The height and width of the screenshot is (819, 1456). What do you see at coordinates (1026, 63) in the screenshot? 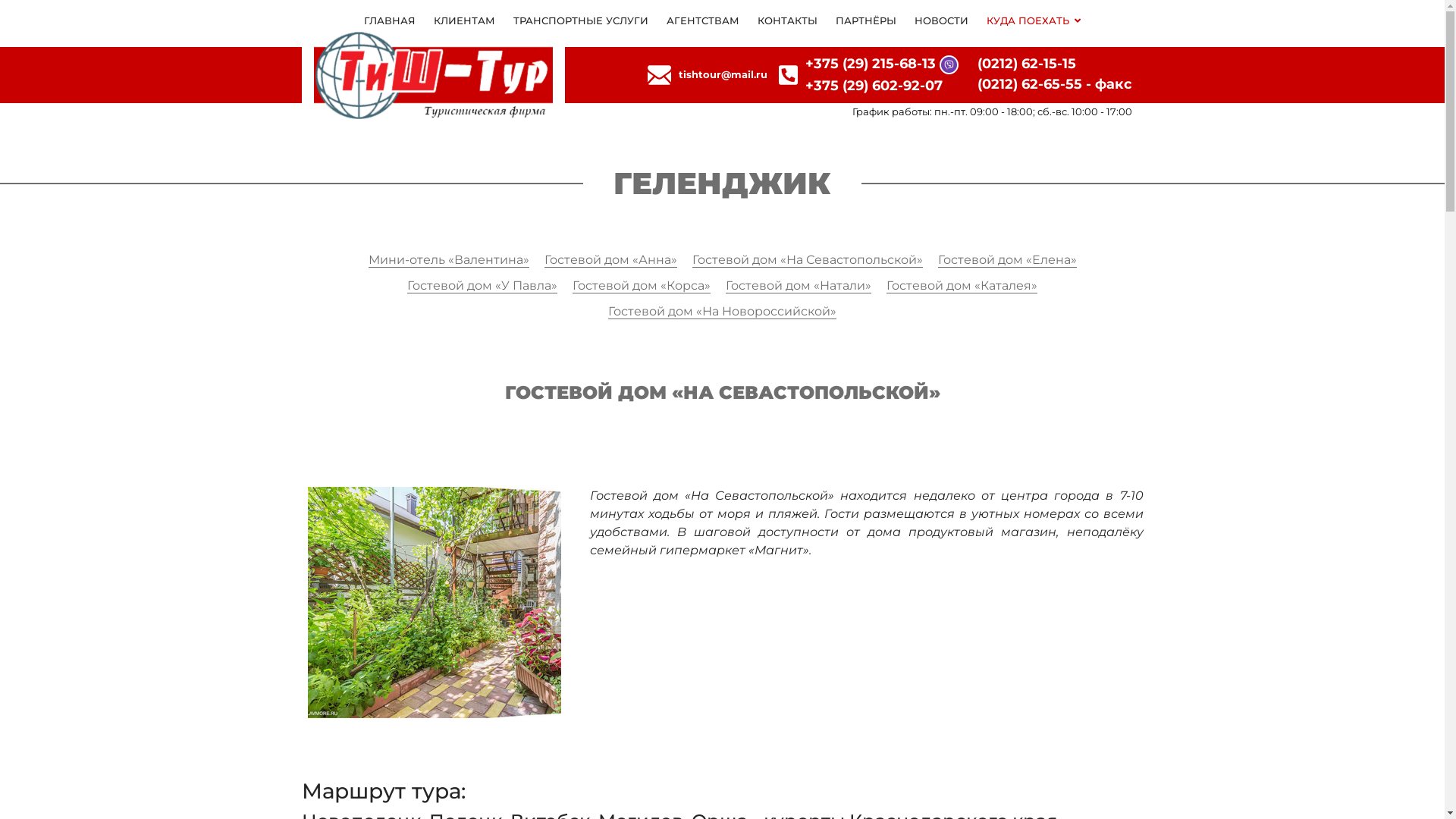
I see `'(0212) 62-15-15'` at bounding box center [1026, 63].